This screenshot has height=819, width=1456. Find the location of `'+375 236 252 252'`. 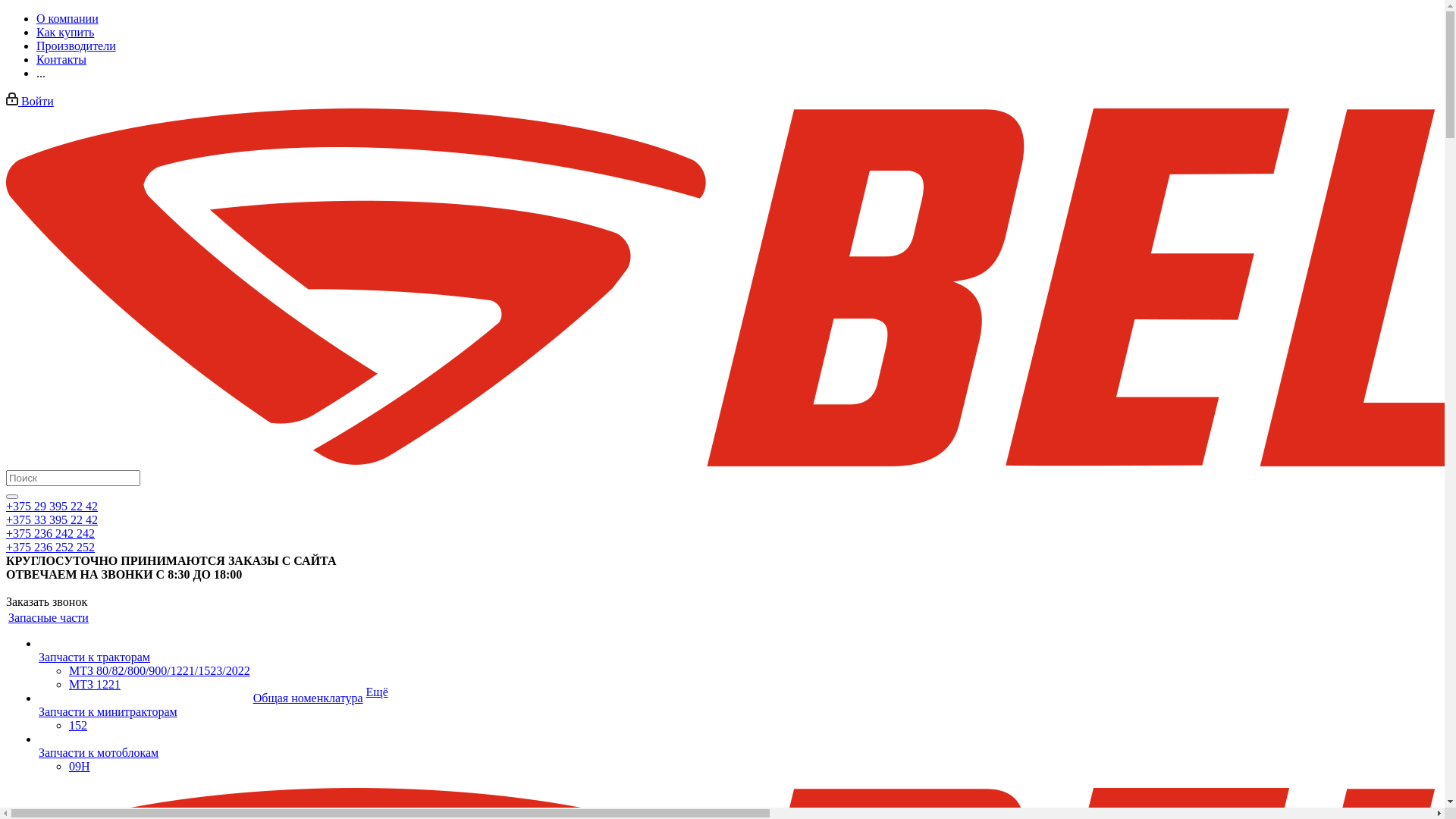

'+375 236 252 252' is located at coordinates (50, 547).